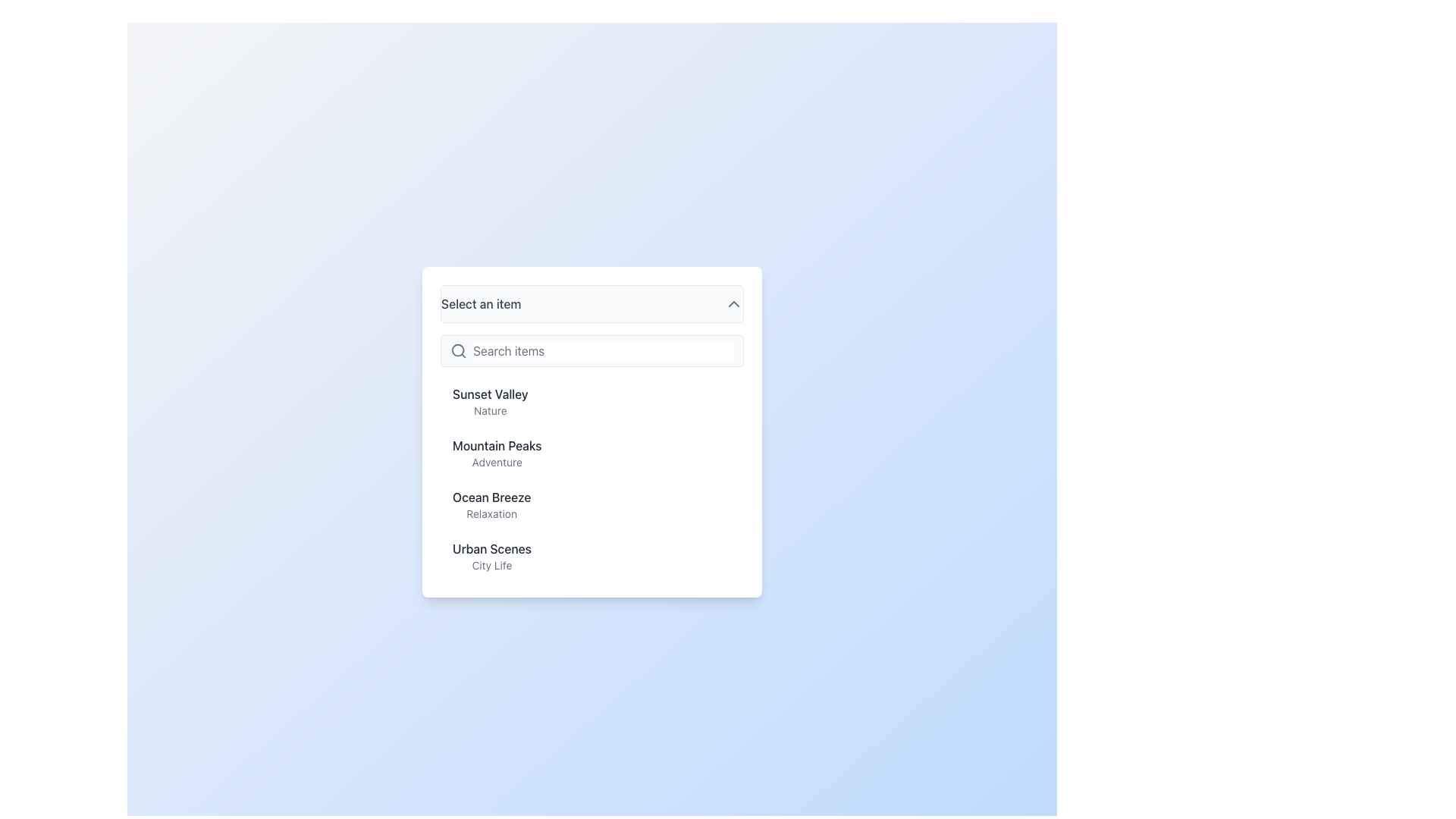 The height and width of the screenshot is (819, 1456). What do you see at coordinates (497, 452) in the screenshot?
I see `the text block containing 'Mountain Peaks' and 'Adventure'` at bounding box center [497, 452].